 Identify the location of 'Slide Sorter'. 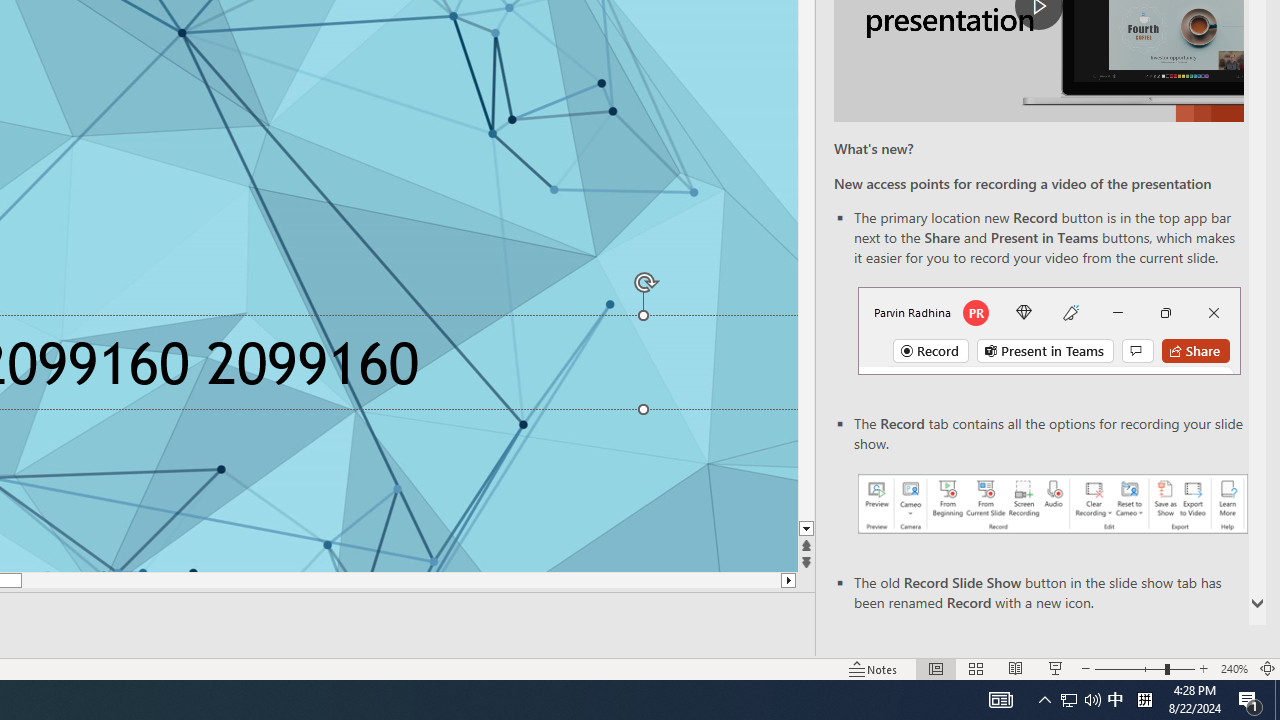
(976, 669).